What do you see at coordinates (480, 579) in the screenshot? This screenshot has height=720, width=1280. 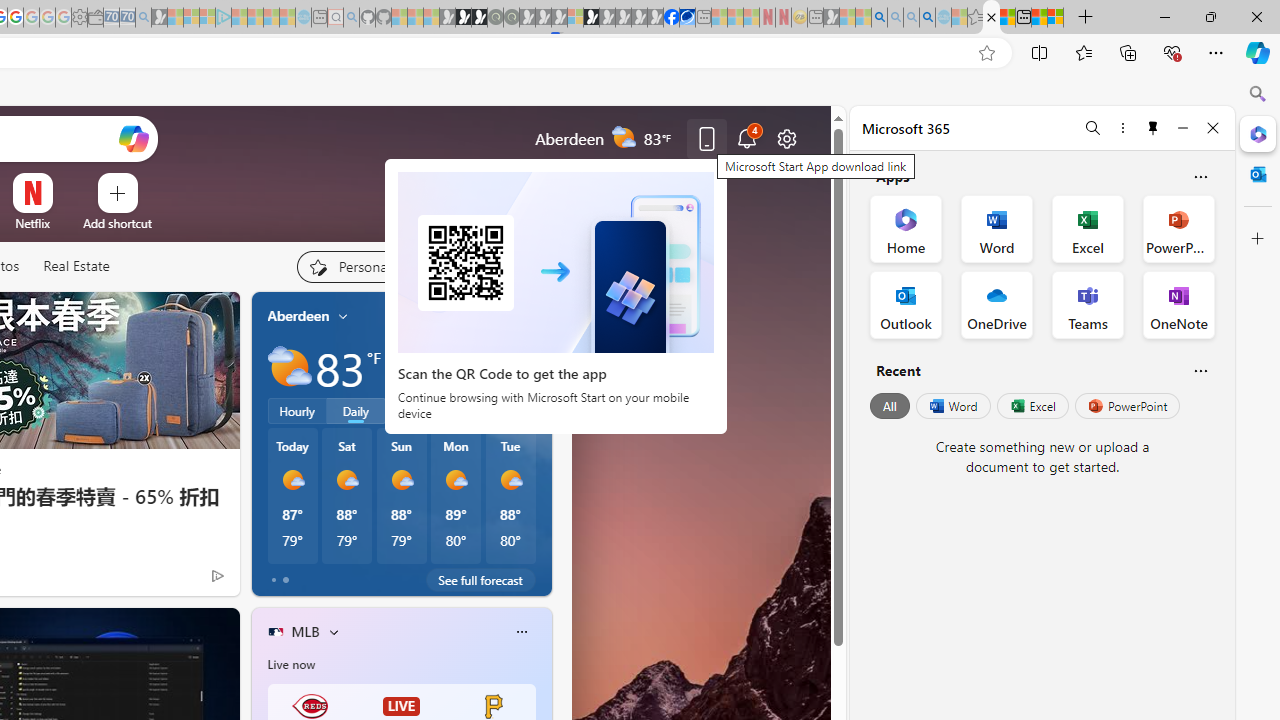 I see `'See full forecast'` at bounding box center [480, 579].